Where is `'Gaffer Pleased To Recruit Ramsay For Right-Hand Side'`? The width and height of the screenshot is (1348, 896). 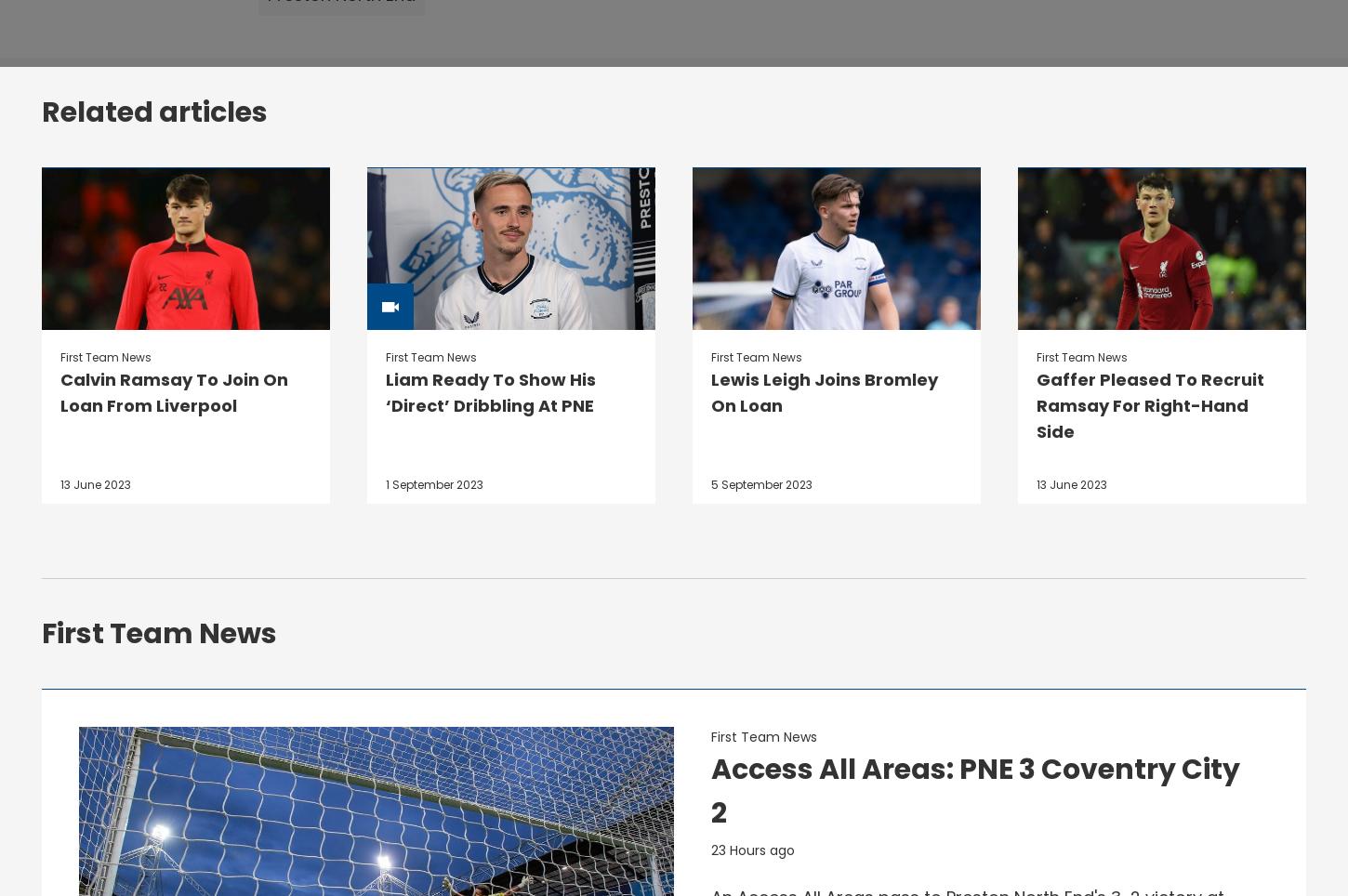 'Gaffer Pleased To Recruit Ramsay For Right-Hand Side' is located at coordinates (1150, 404).